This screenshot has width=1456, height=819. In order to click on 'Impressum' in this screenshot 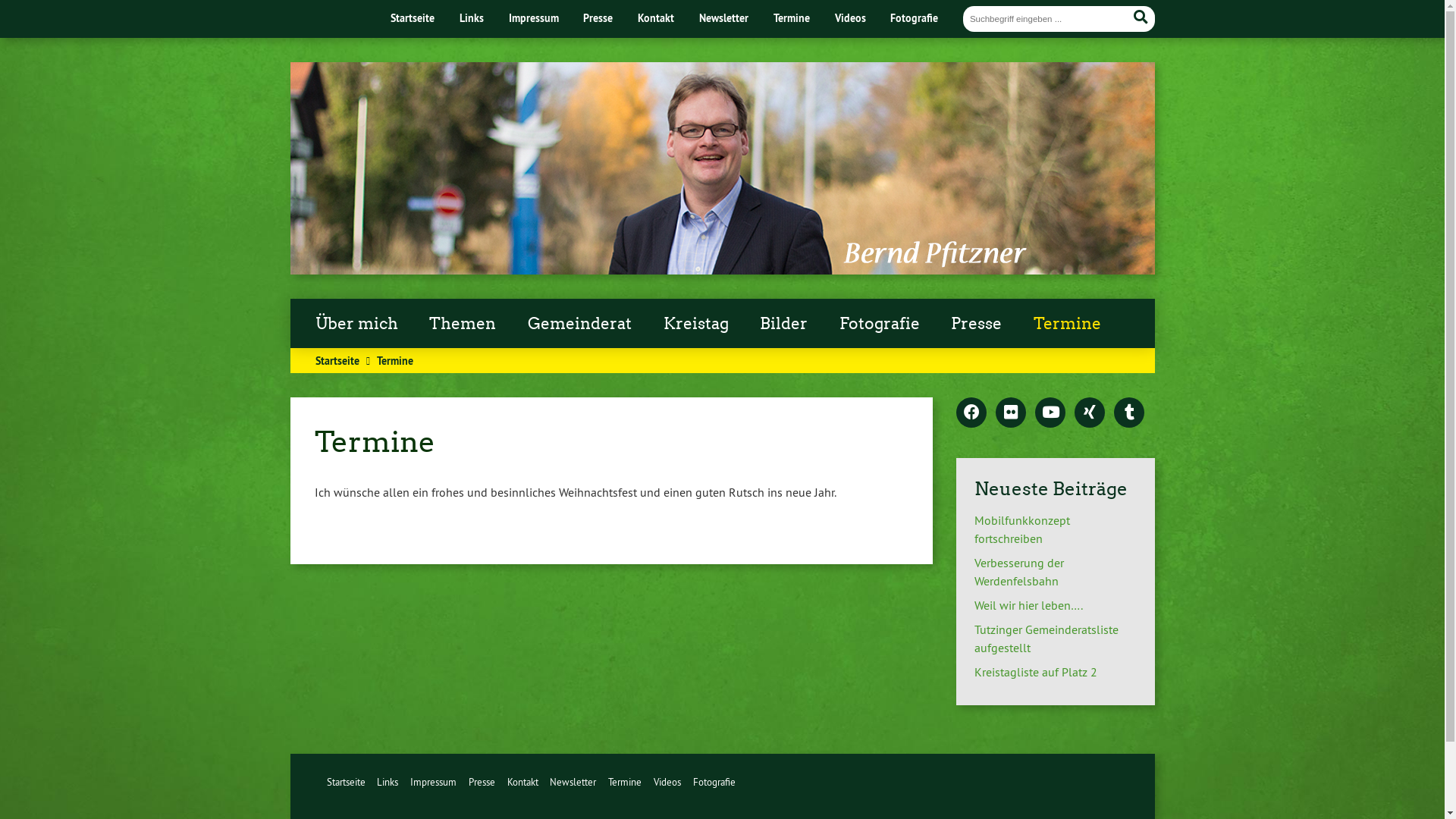, I will do `click(410, 781)`.